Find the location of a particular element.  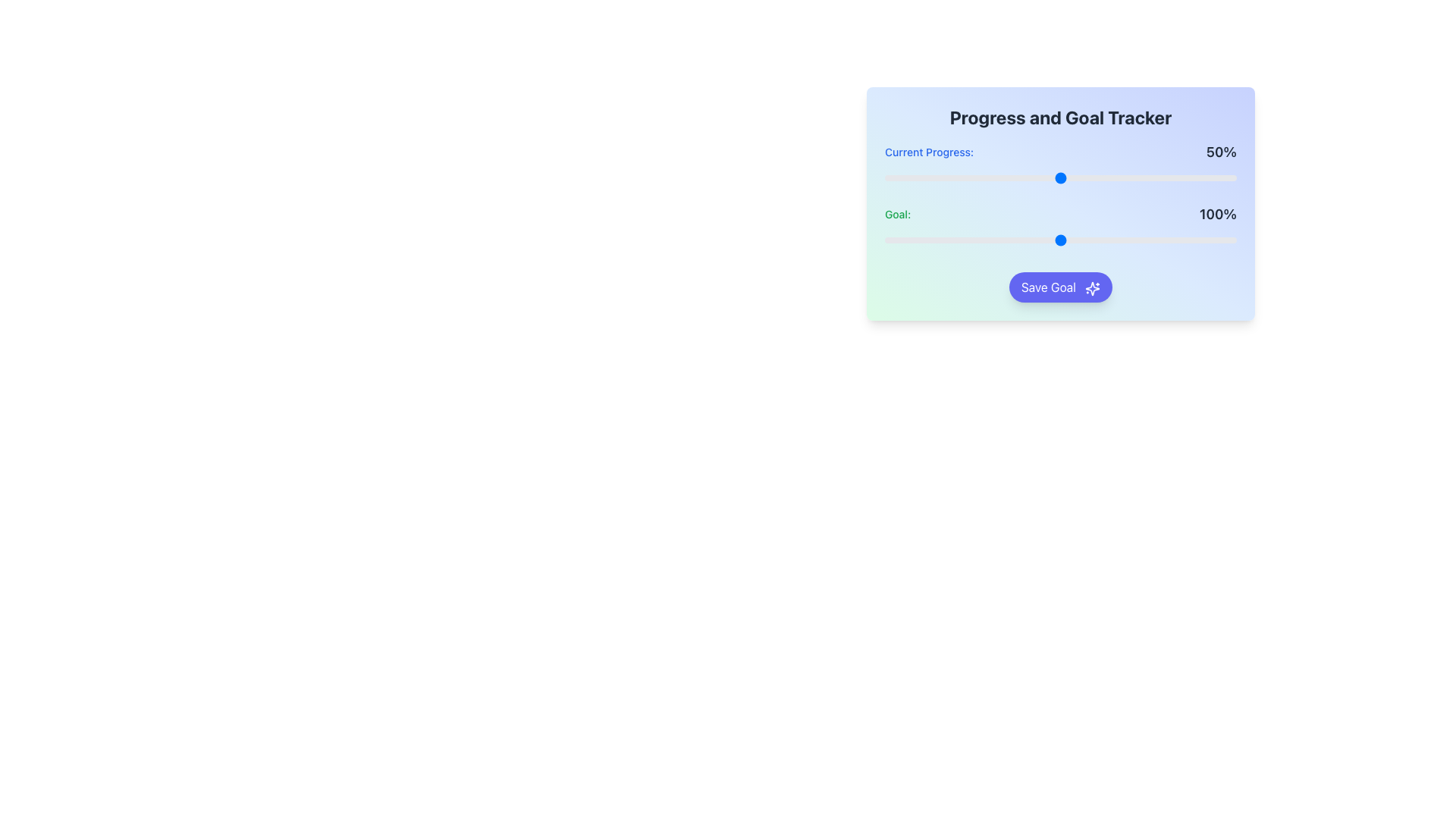

the 'Save Goal' button with a blue background and white text is located at coordinates (1059, 287).